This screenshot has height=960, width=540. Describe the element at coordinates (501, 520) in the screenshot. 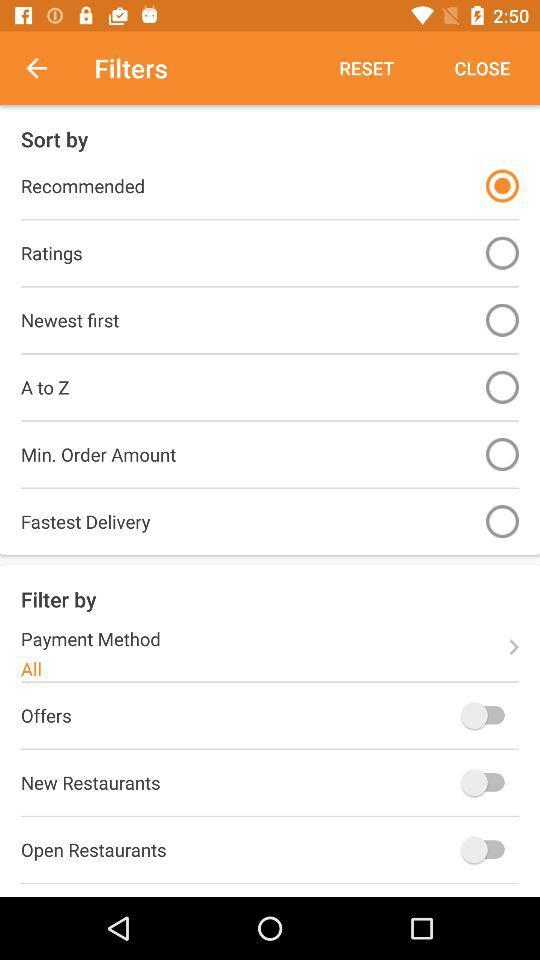

I see `the item above filter by` at that location.